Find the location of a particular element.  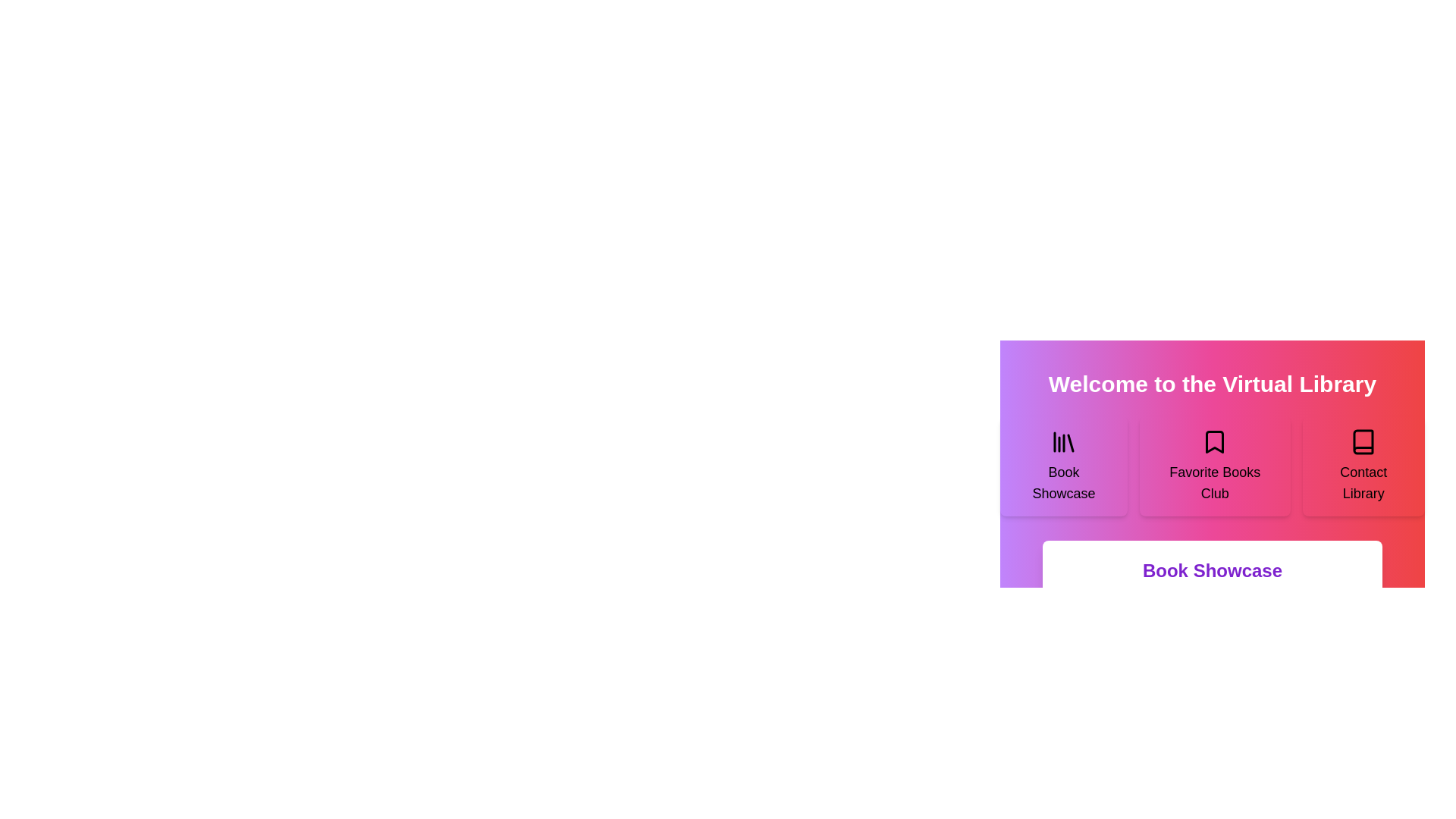

the section Contact Library to read its description is located at coordinates (1363, 465).